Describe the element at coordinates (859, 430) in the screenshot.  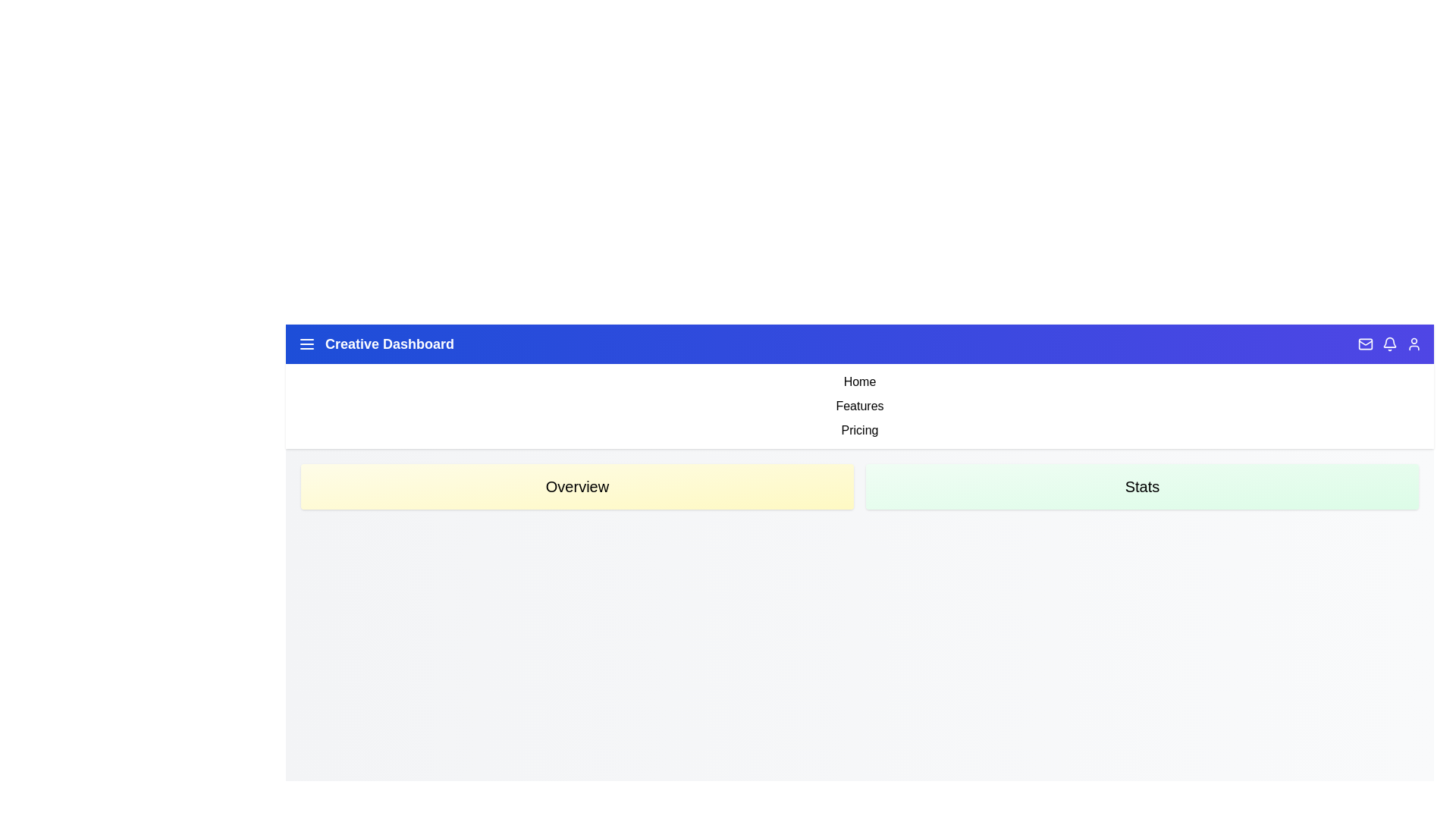
I see `the link corresponding to Pricing to navigate to the respective section` at that location.